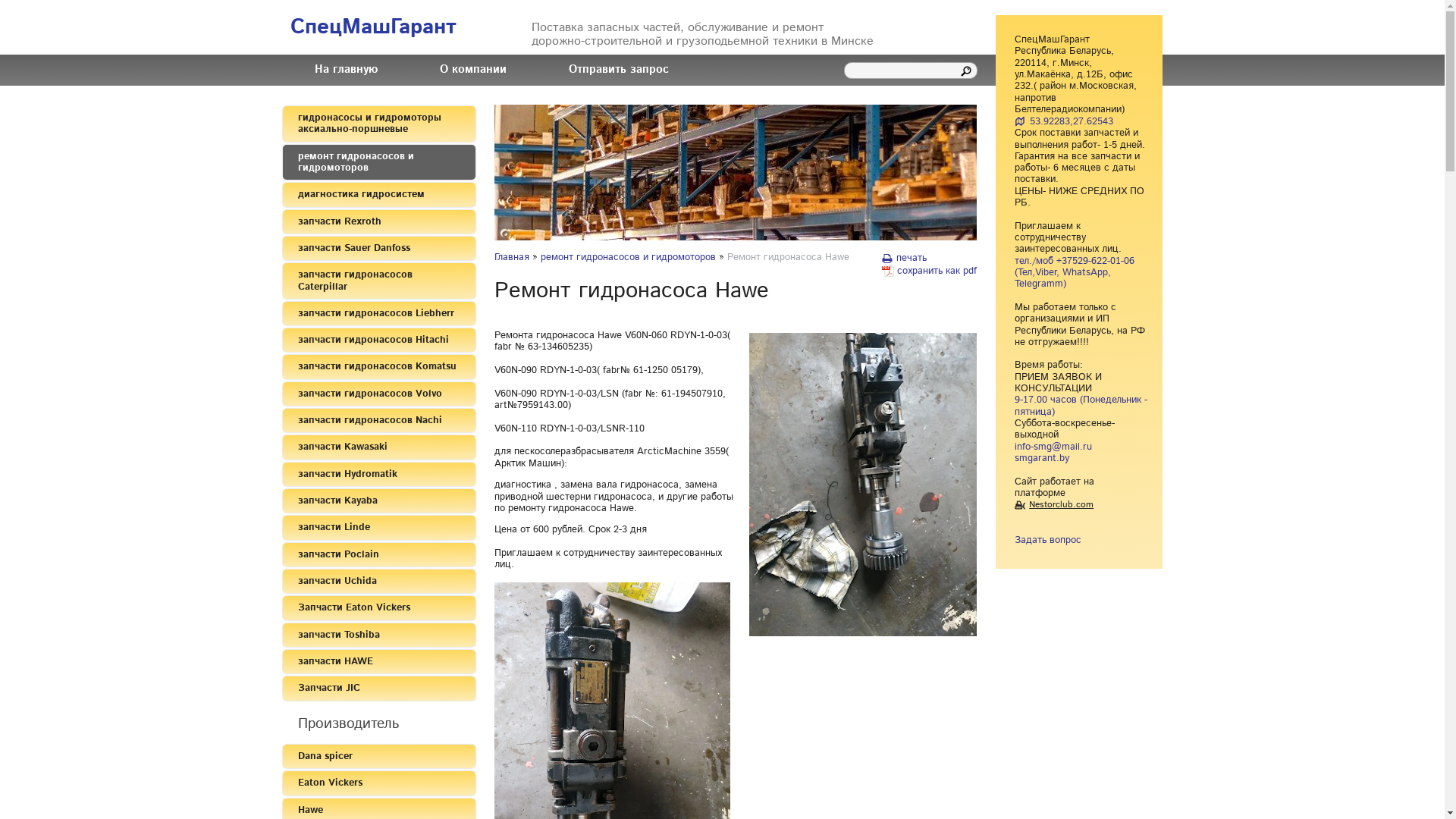  Describe the element at coordinates (1053, 504) in the screenshot. I see `'Nestorclub.com'` at that location.